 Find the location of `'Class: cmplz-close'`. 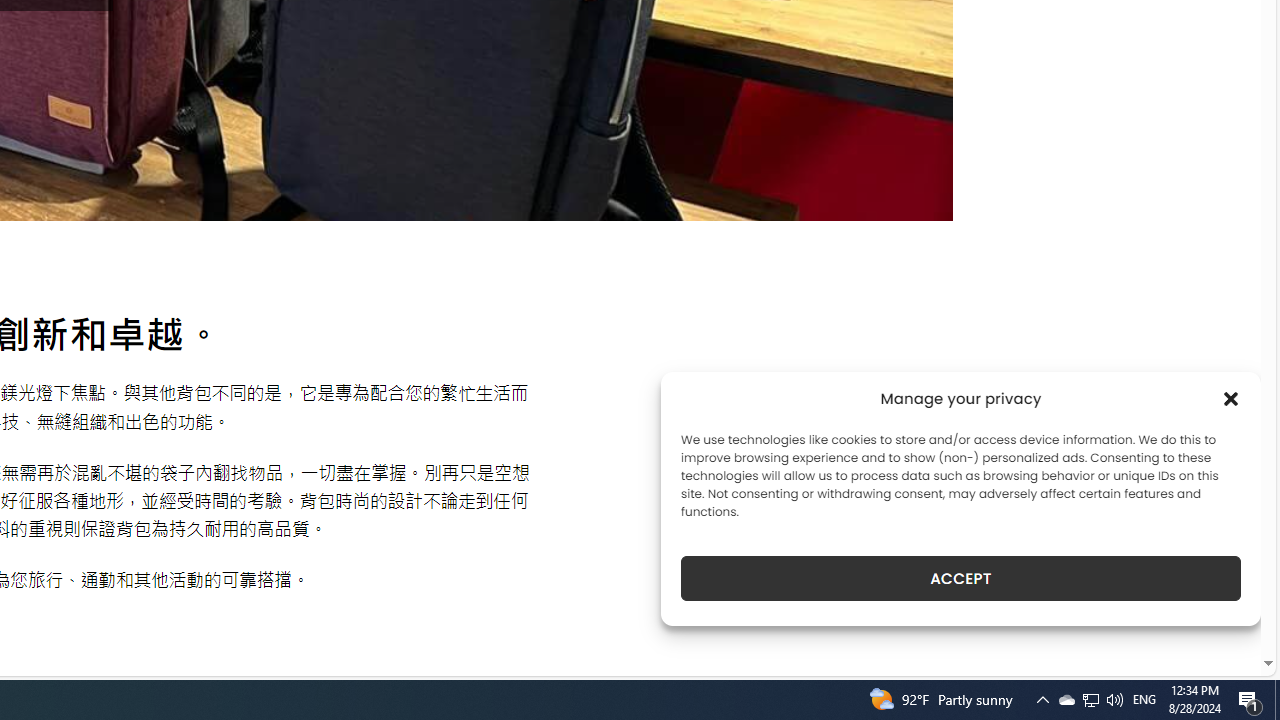

'Class: cmplz-close' is located at coordinates (1230, 398).